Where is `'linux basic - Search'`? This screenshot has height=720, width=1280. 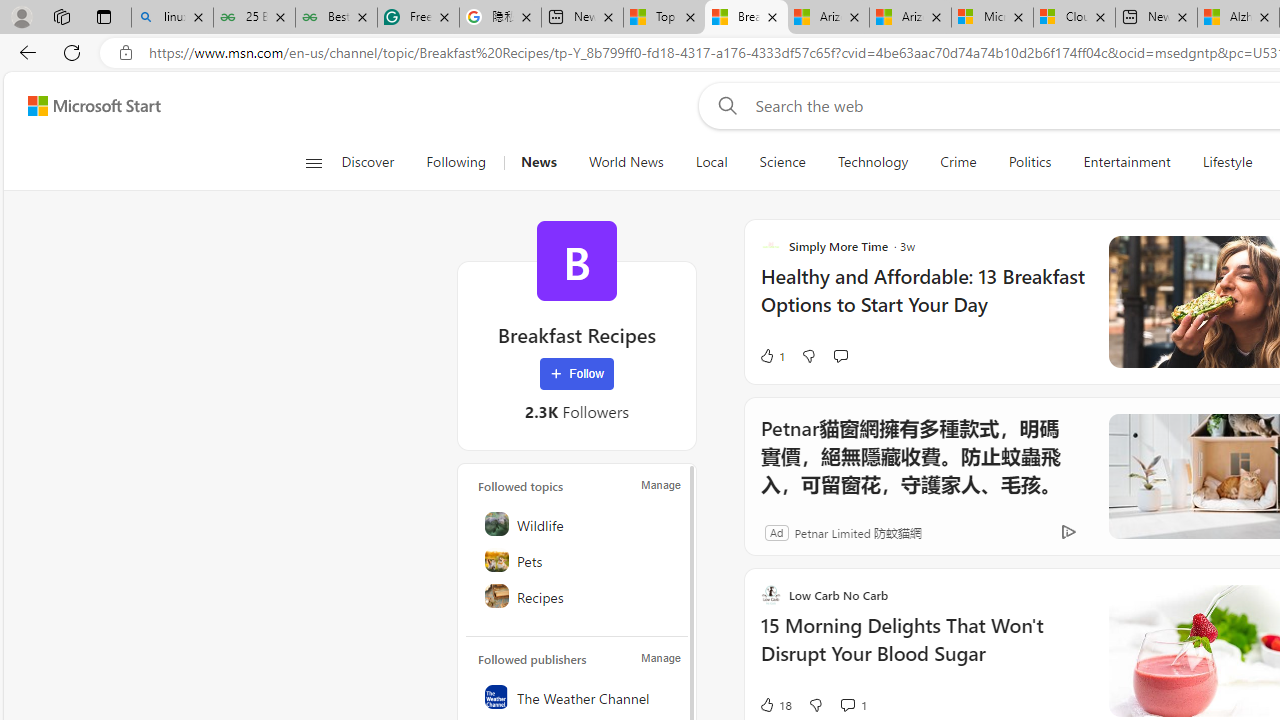
'linux basic - Search' is located at coordinates (172, 17).